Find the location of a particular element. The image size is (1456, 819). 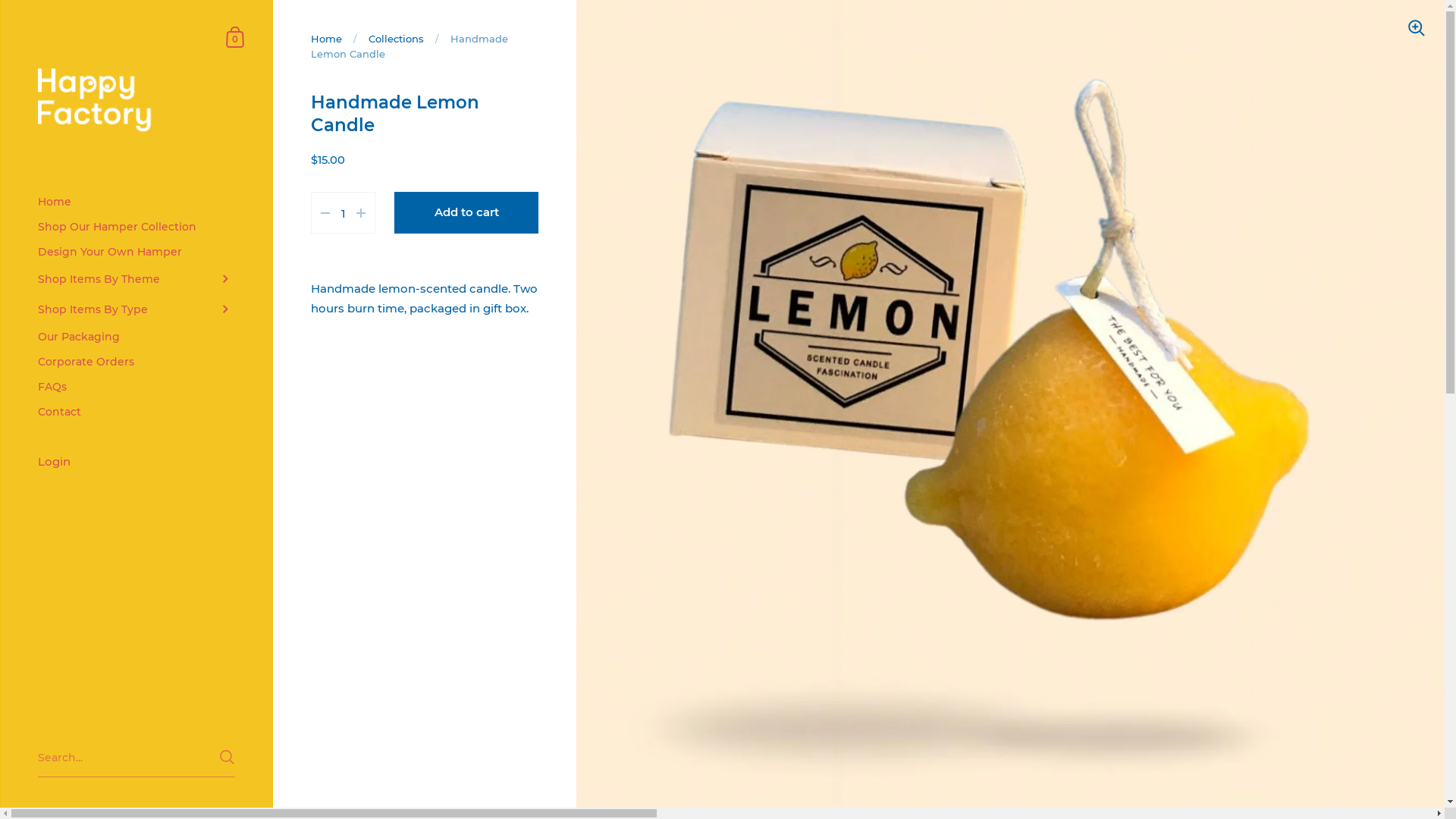

'Shop Items By Type' is located at coordinates (136, 309).